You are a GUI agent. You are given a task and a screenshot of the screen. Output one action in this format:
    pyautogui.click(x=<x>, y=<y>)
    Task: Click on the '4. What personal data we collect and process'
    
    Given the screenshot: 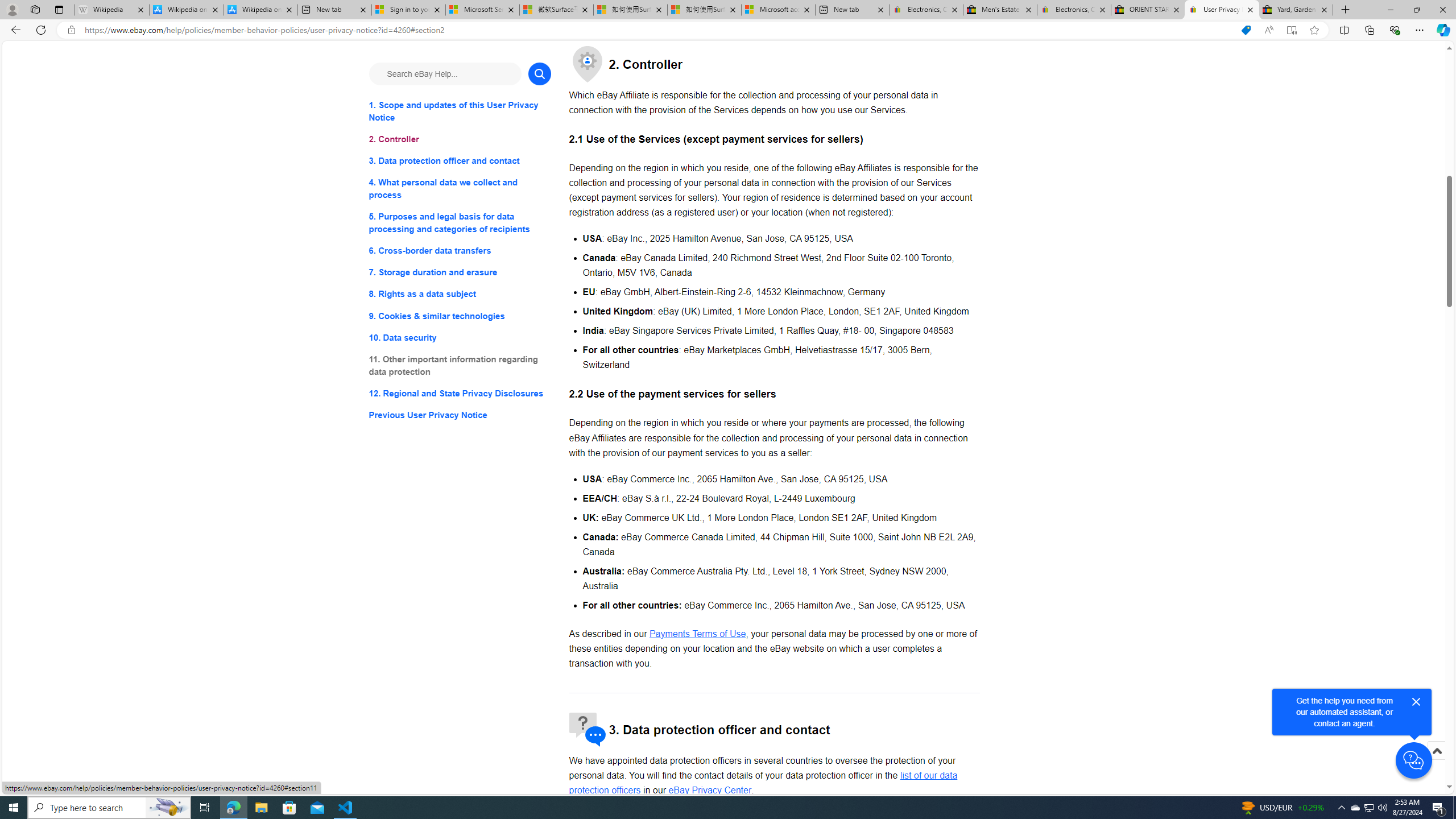 What is the action you would take?
    pyautogui.click(x=459, y=189)
    